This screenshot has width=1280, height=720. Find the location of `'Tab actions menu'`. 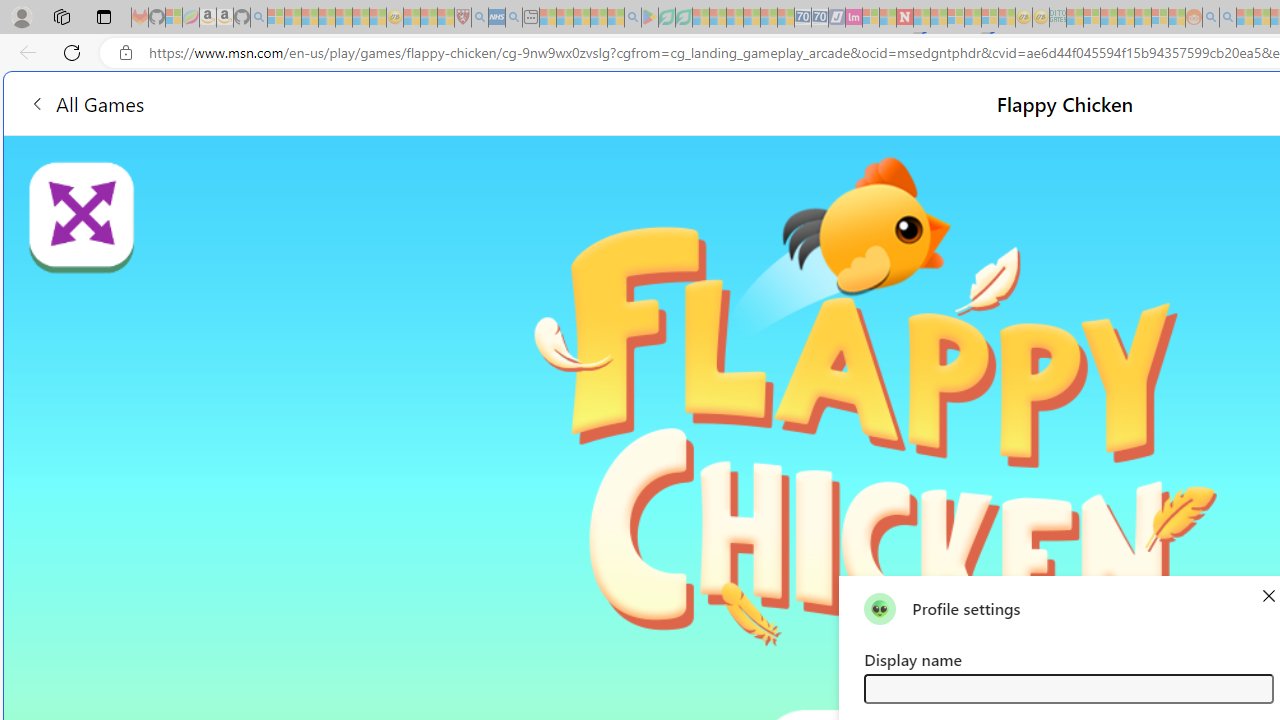

'Tab actions menu' is located at coordinates (103, 16).